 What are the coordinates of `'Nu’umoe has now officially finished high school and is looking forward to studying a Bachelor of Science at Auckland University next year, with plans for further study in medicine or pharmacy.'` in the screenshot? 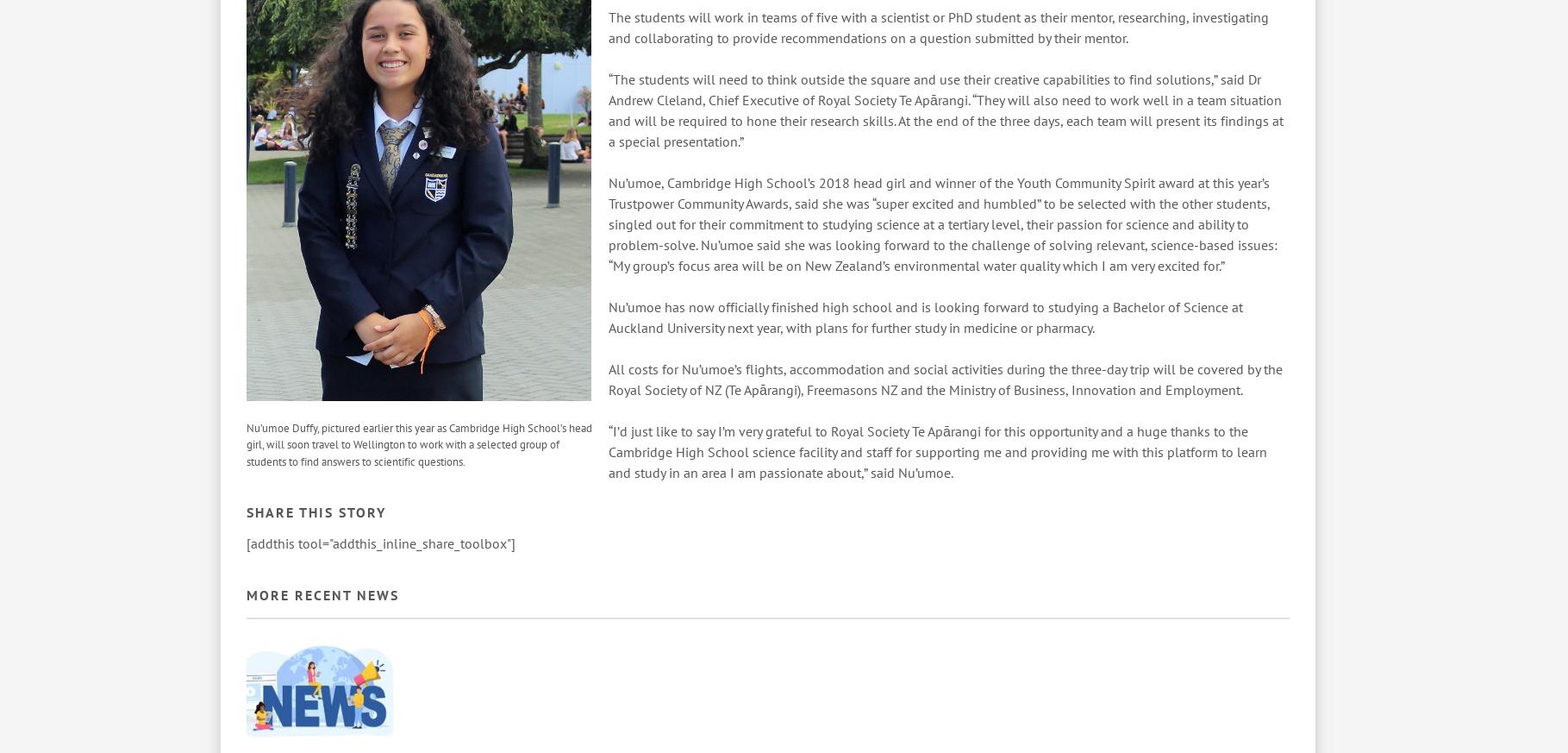 It's located at (608, 316).